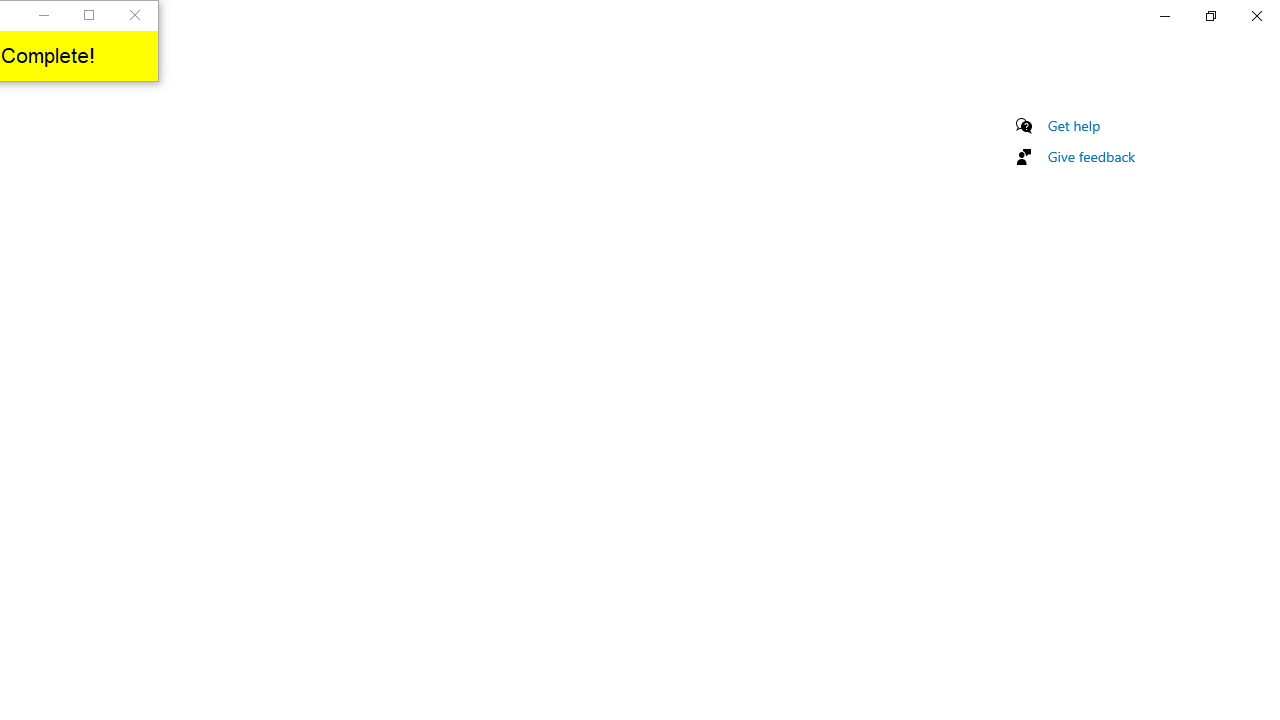 The height and width of the screenshot is (720, 1280). I want to click on 'Get help', so click(1073, 125).